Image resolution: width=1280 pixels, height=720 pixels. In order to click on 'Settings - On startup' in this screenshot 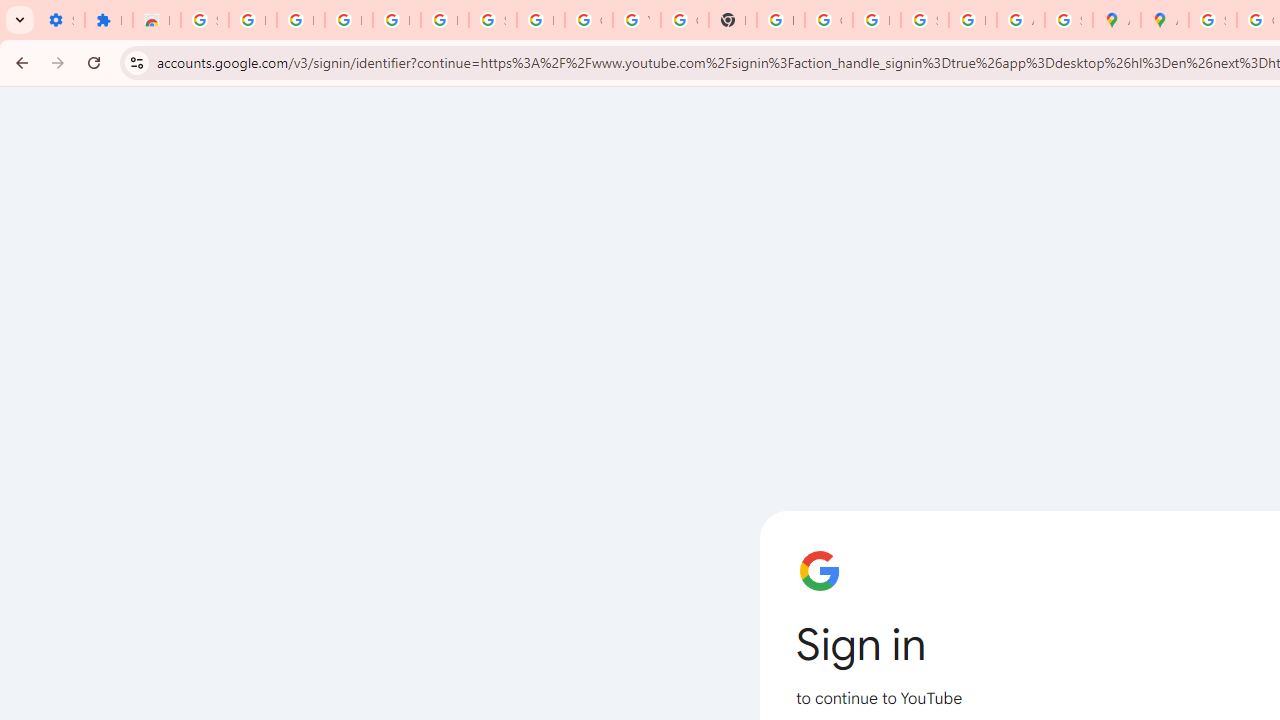, I will do `click(60, 20)`.